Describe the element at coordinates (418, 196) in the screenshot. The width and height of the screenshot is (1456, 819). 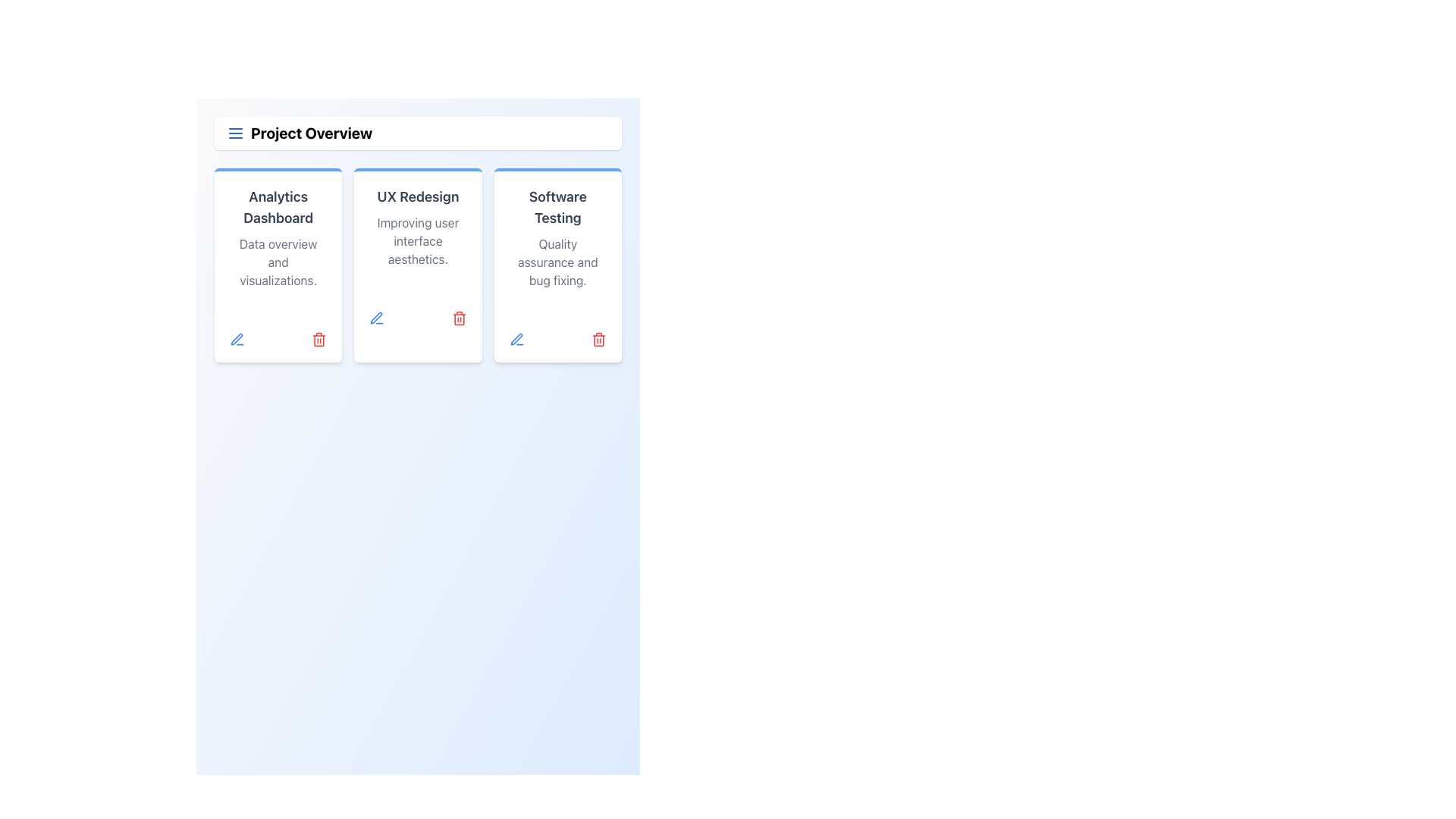
I see `the text header displaying 'UX Redesign', which is the top-most text in the middle card of a group of three horizontally aligned cards` at that location.